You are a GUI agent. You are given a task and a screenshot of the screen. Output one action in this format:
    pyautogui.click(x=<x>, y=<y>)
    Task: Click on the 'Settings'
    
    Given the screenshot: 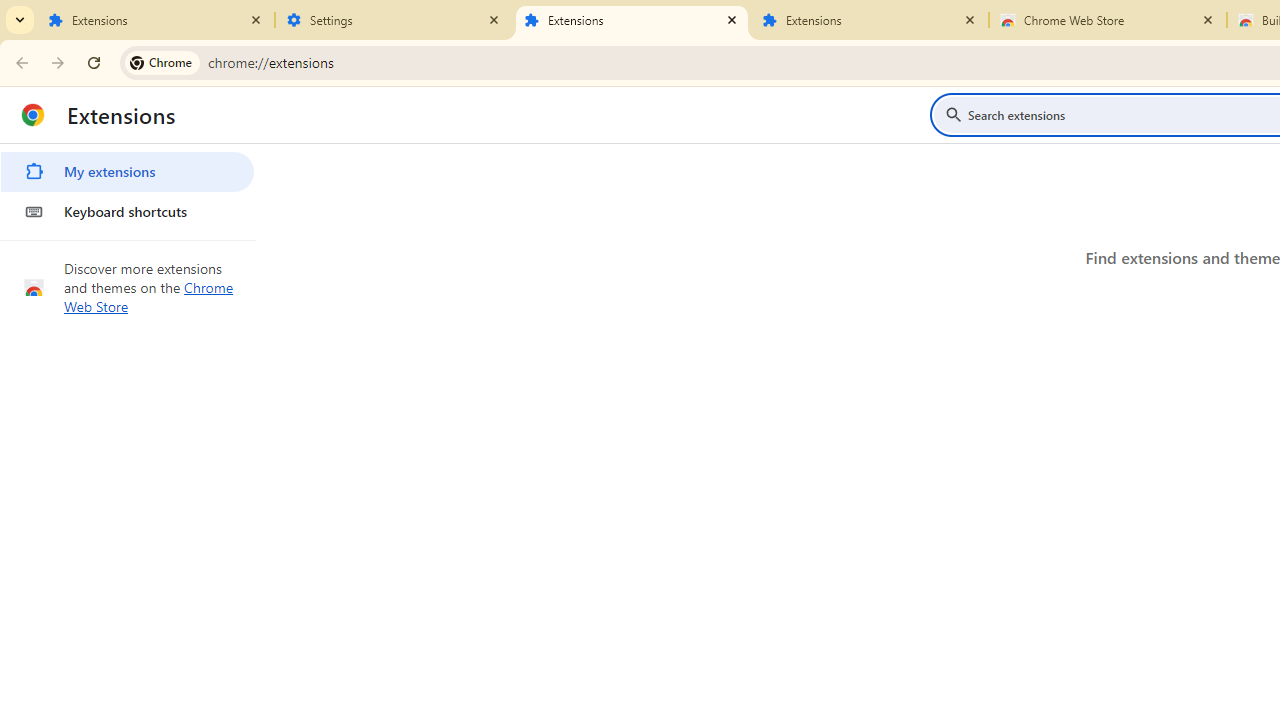 What is the action you would take?
    pyautogui.click(x=394, y=20)
    